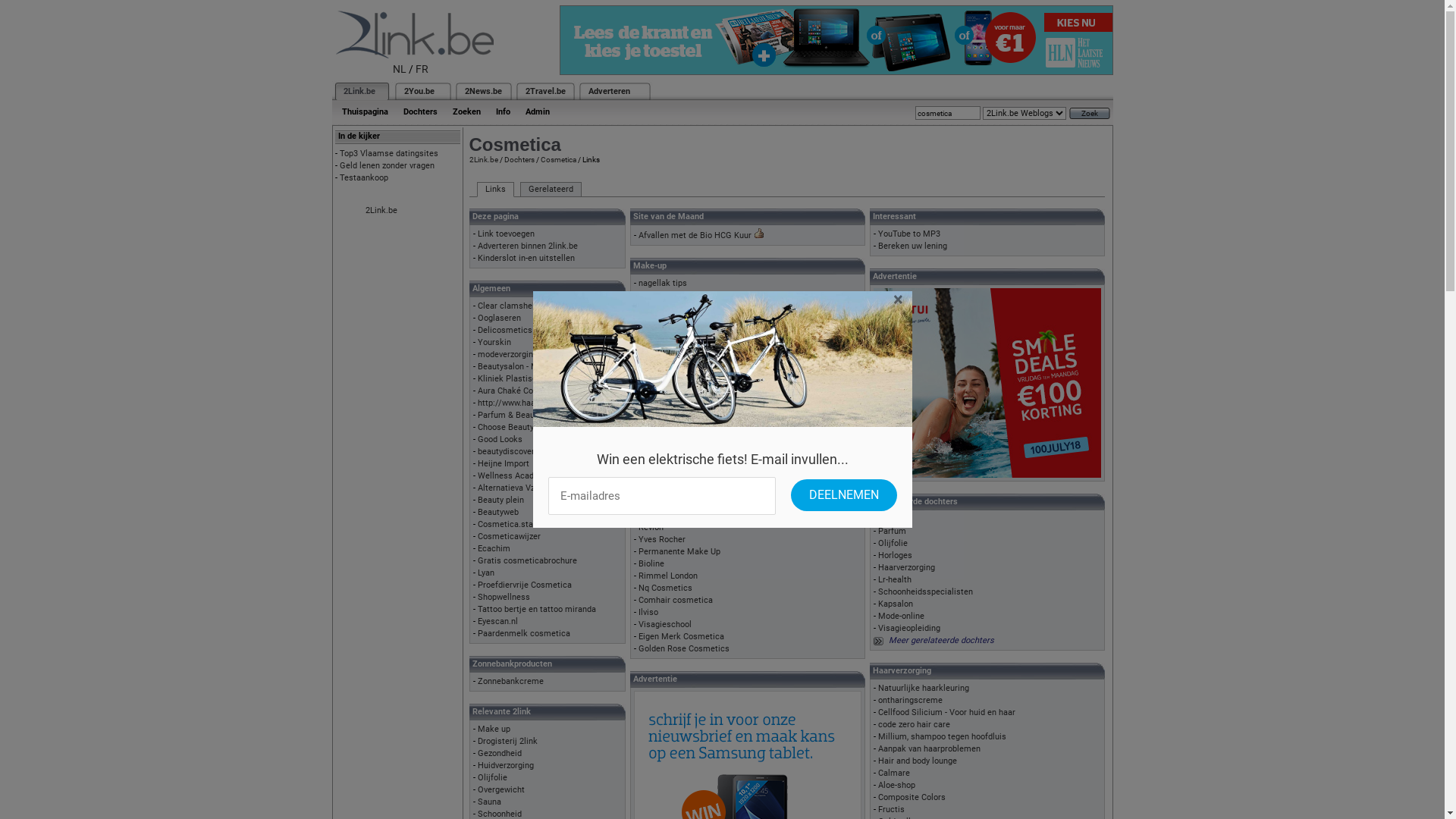 The image size is (1456, 819). What do you see at coordinates (940, 640) in the screenshot?
I see `'Meer gerelateerde dochters'` at bounding box center [940, 640].